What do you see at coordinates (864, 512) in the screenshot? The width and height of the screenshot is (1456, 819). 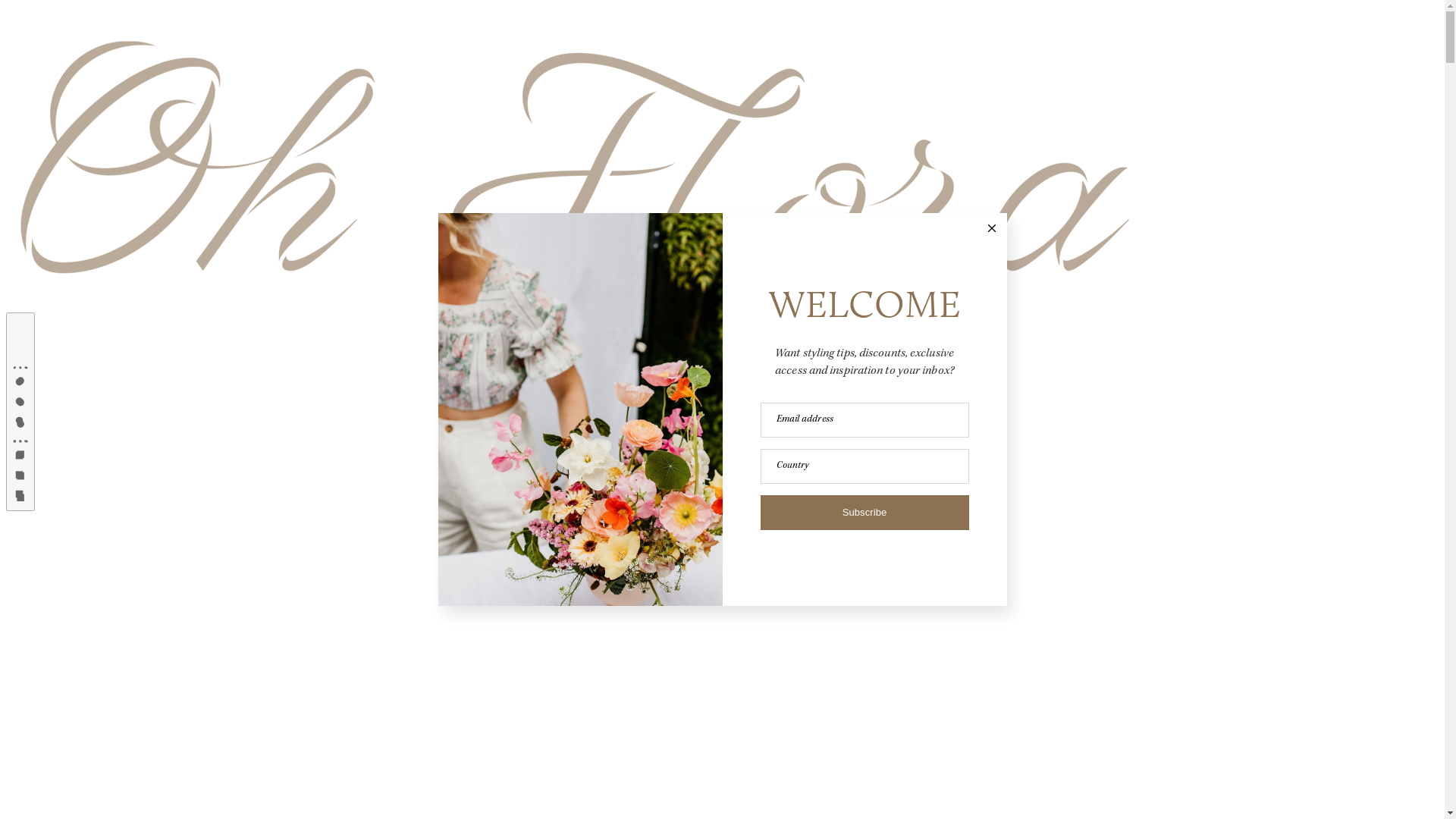 I see `'Subscribe'` at bounding box center [864, 512].